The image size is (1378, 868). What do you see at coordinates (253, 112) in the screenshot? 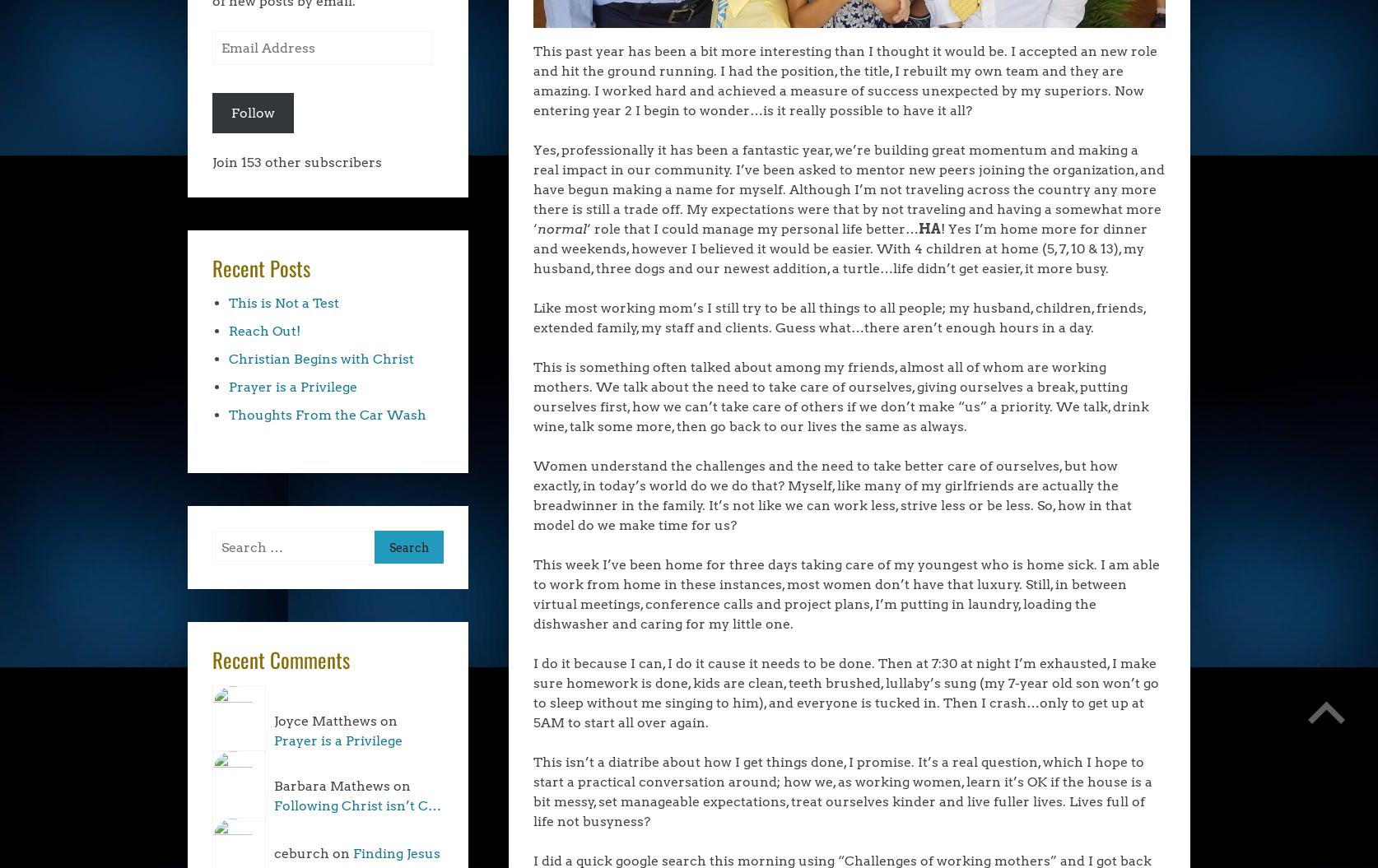
I see `'Follow'` at bounding box center [253, 112].